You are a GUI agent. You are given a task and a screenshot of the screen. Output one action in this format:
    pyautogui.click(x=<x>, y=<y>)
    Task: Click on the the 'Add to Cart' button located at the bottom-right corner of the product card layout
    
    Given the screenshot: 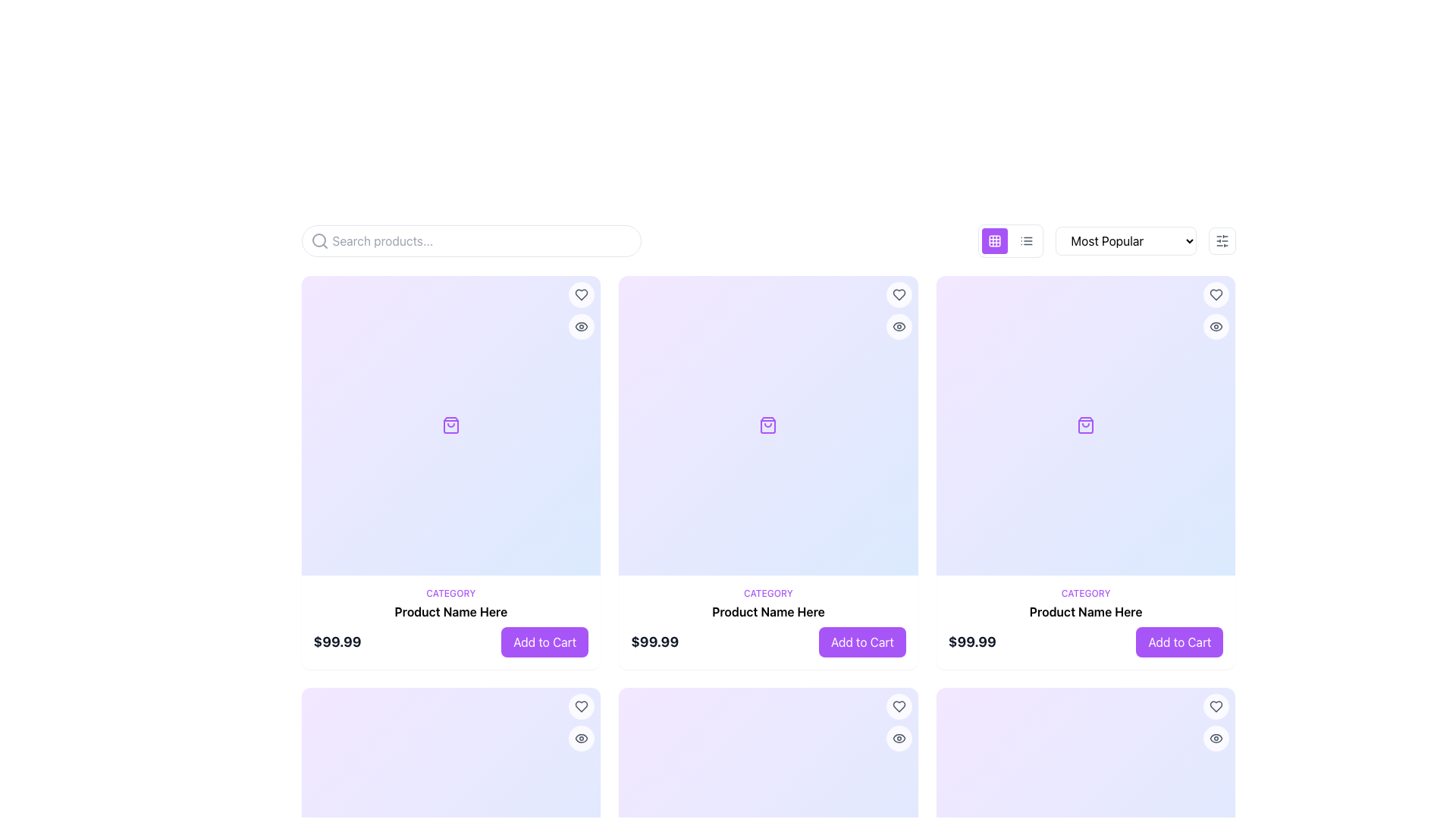 What is the action you would take?
    pyautogui.click(x=1178, y=642)
    